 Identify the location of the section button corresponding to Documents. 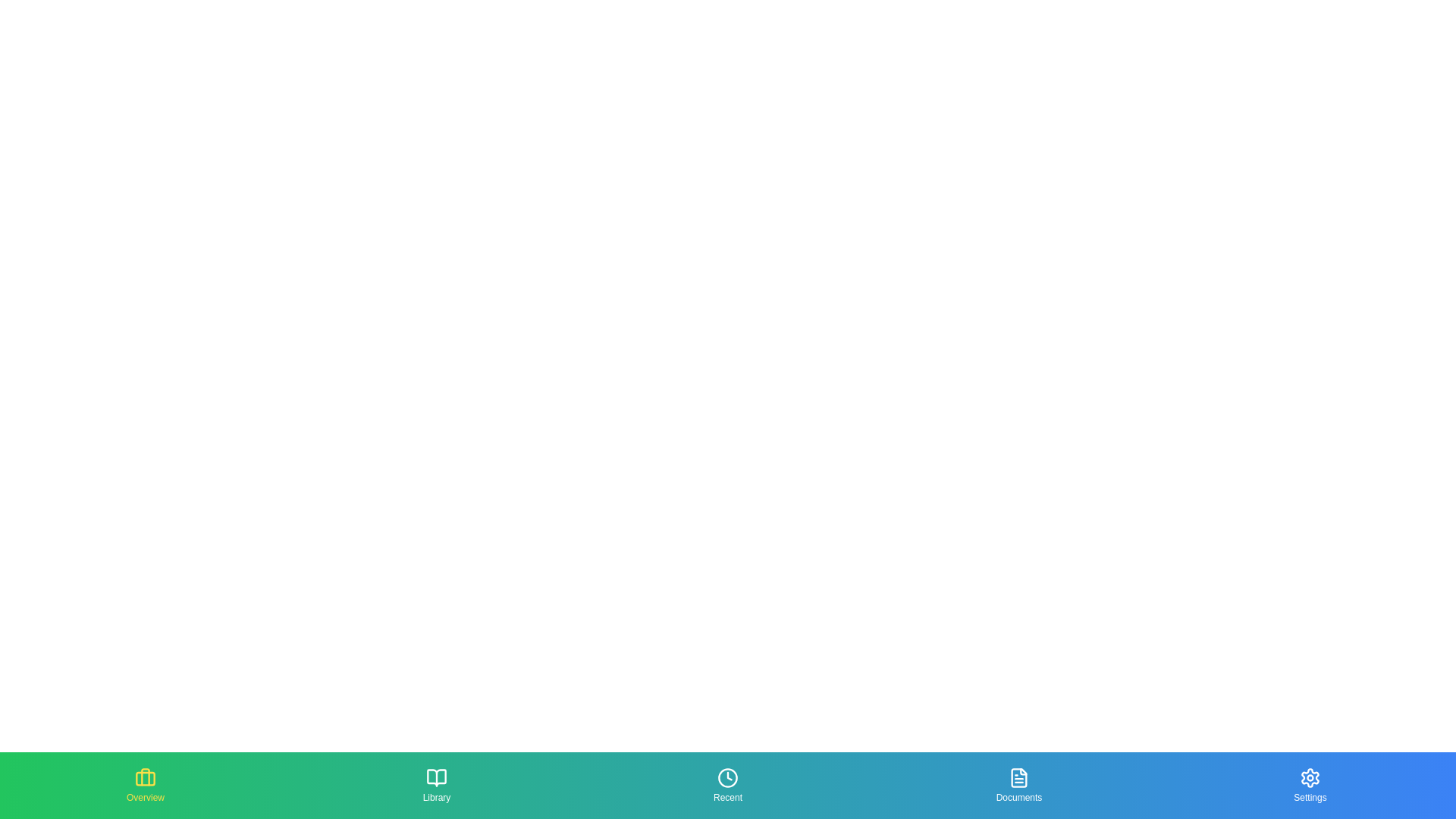
(1019, 785).